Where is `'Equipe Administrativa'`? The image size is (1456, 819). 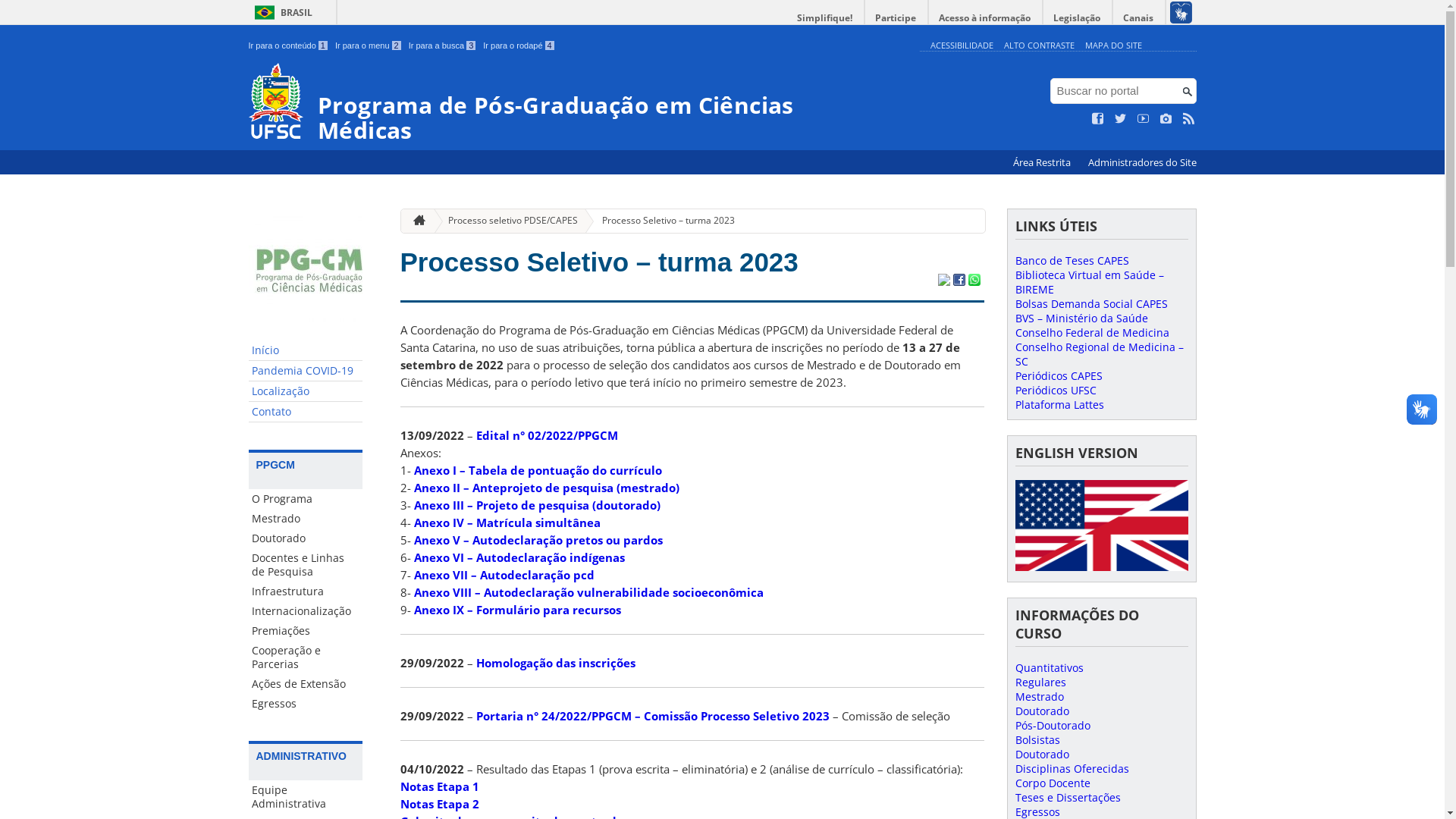
'Equipe Administrativa' is located at coordinates (305, 795).